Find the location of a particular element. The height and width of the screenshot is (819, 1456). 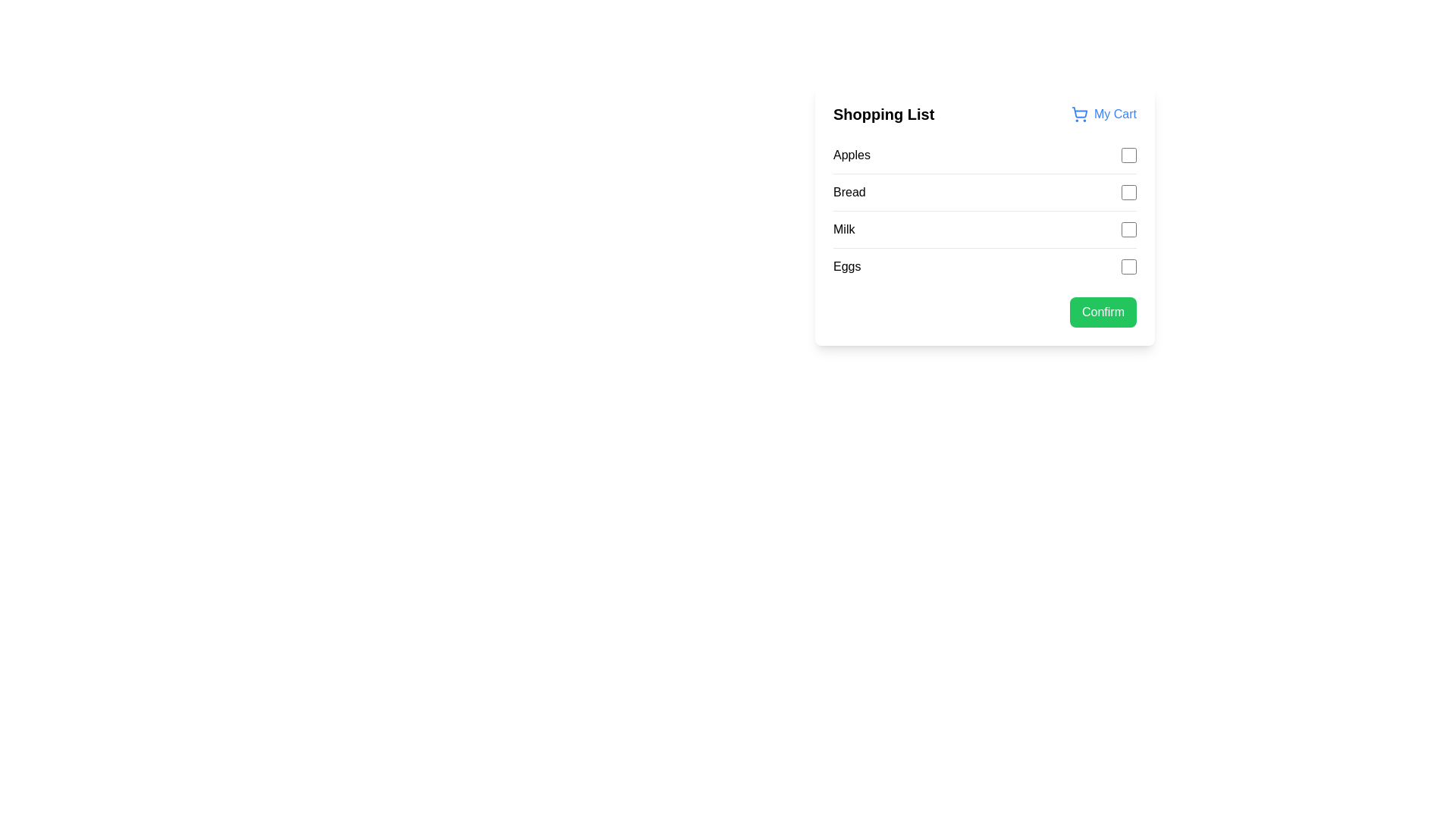

the checkbox with a blue accent border positioned to the far right of the 'Bread' label is located at coordinates (1128, 192).